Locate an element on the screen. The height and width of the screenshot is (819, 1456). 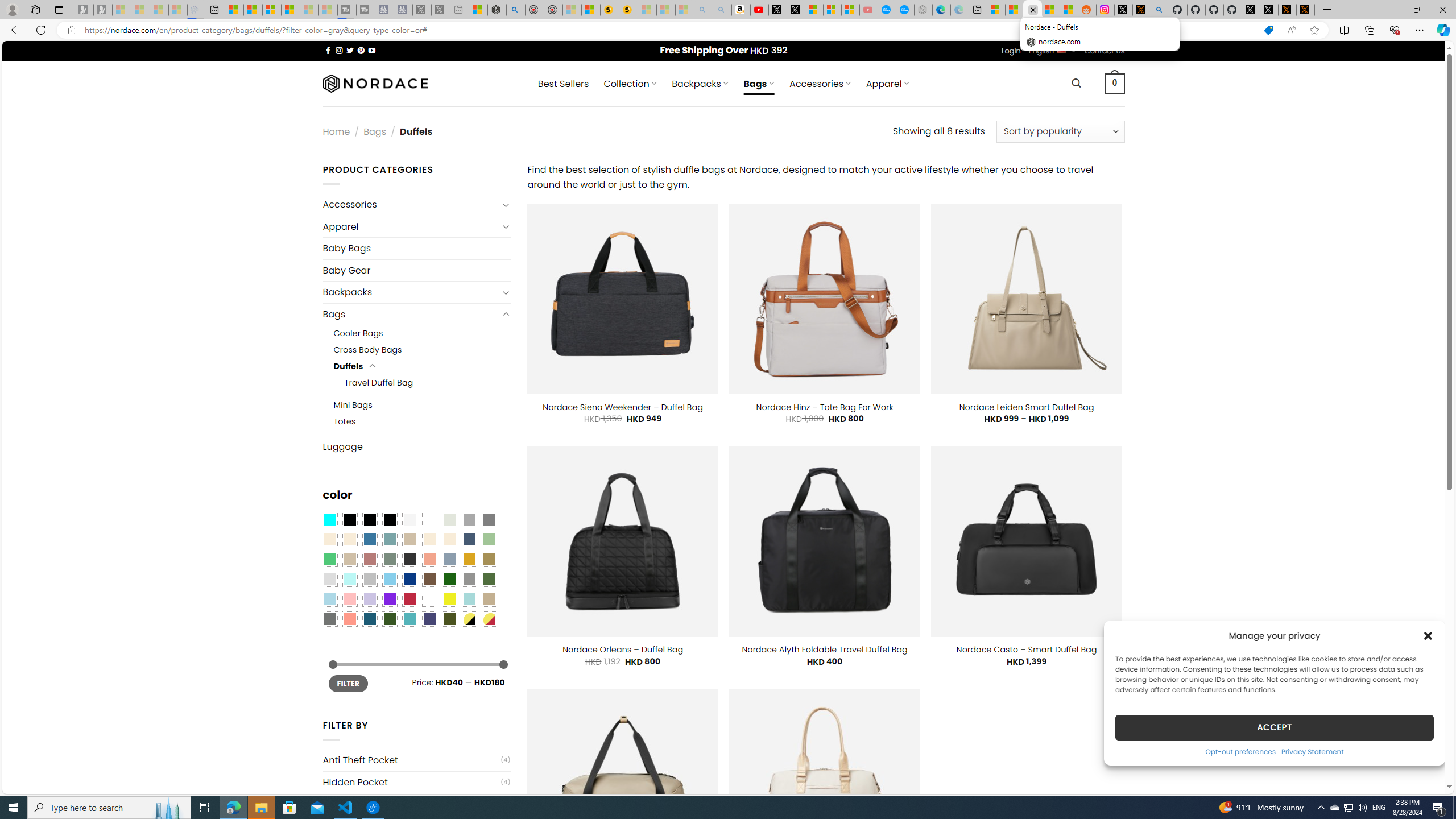
'Beige-Brown' is located at coordinates (349, 539).